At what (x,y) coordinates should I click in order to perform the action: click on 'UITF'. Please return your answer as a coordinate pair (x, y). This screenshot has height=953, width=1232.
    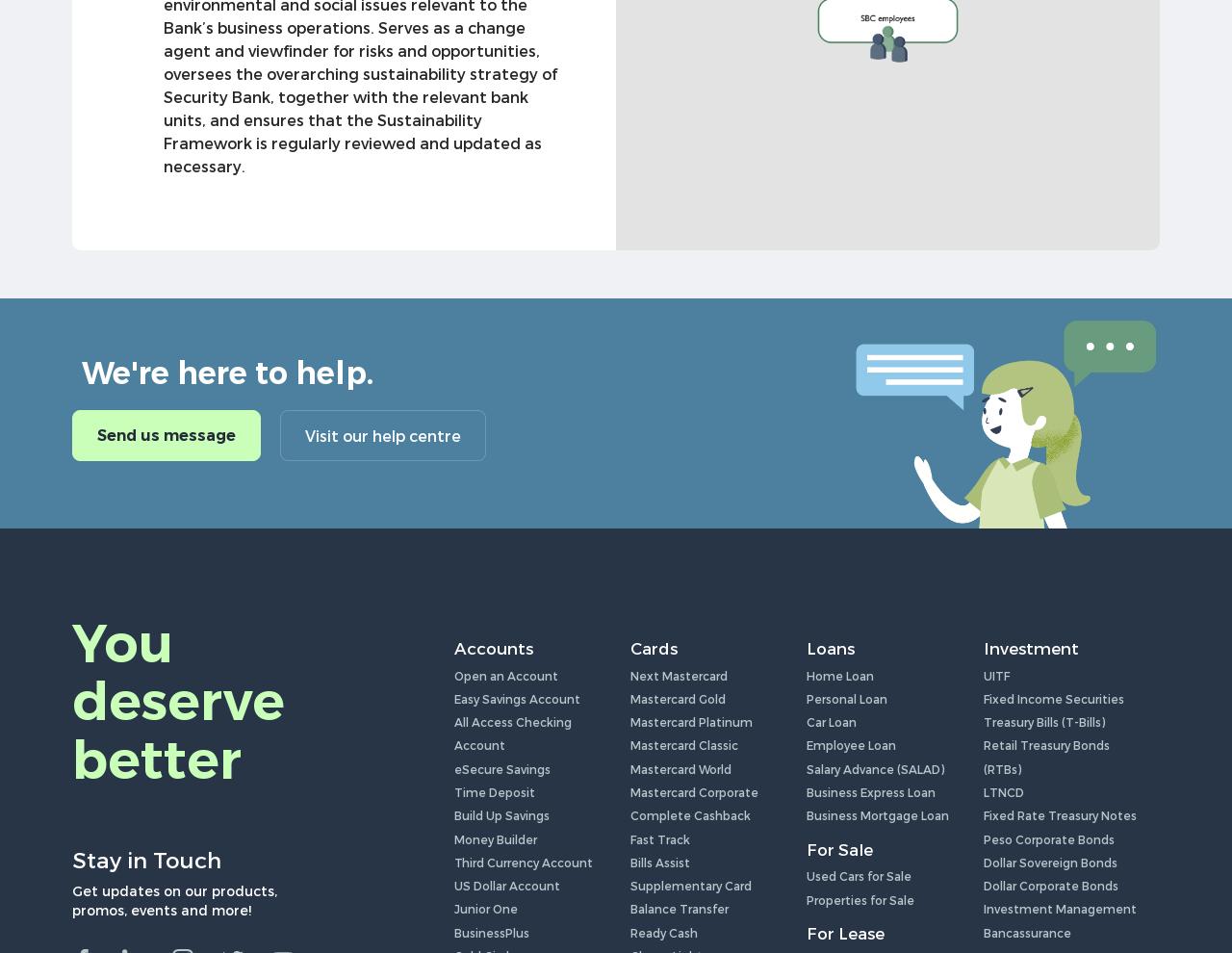
    Looking at the image, I should click on (995, 674).